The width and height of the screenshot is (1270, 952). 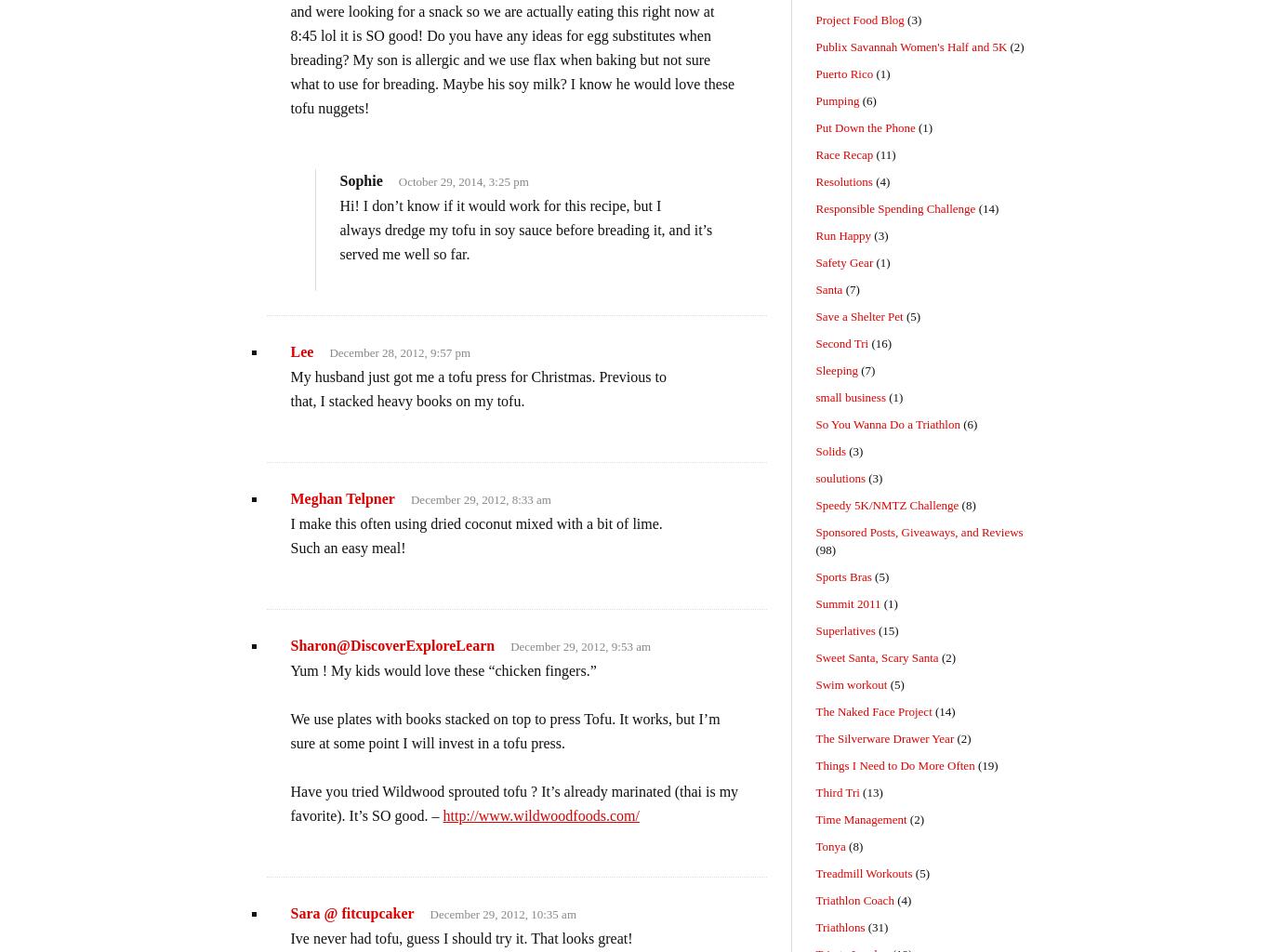 What do you see at coordinates (861, 819) in the screenshot?
I see `'Time Management'` at bounding box center [861, 819].